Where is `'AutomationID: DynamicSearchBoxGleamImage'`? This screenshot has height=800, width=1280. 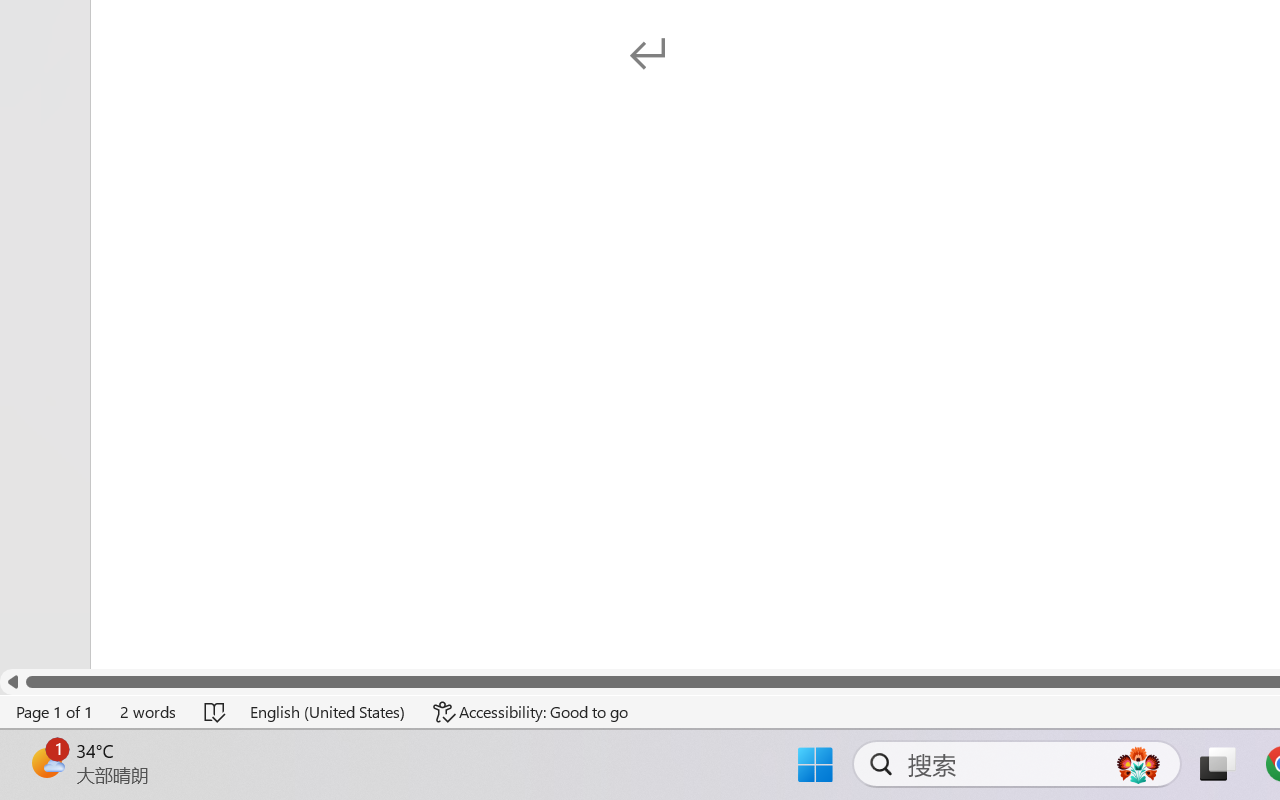
'AutomationID: DynamicSearchBoxGleamImage' is located at coordinates (1138, 764).